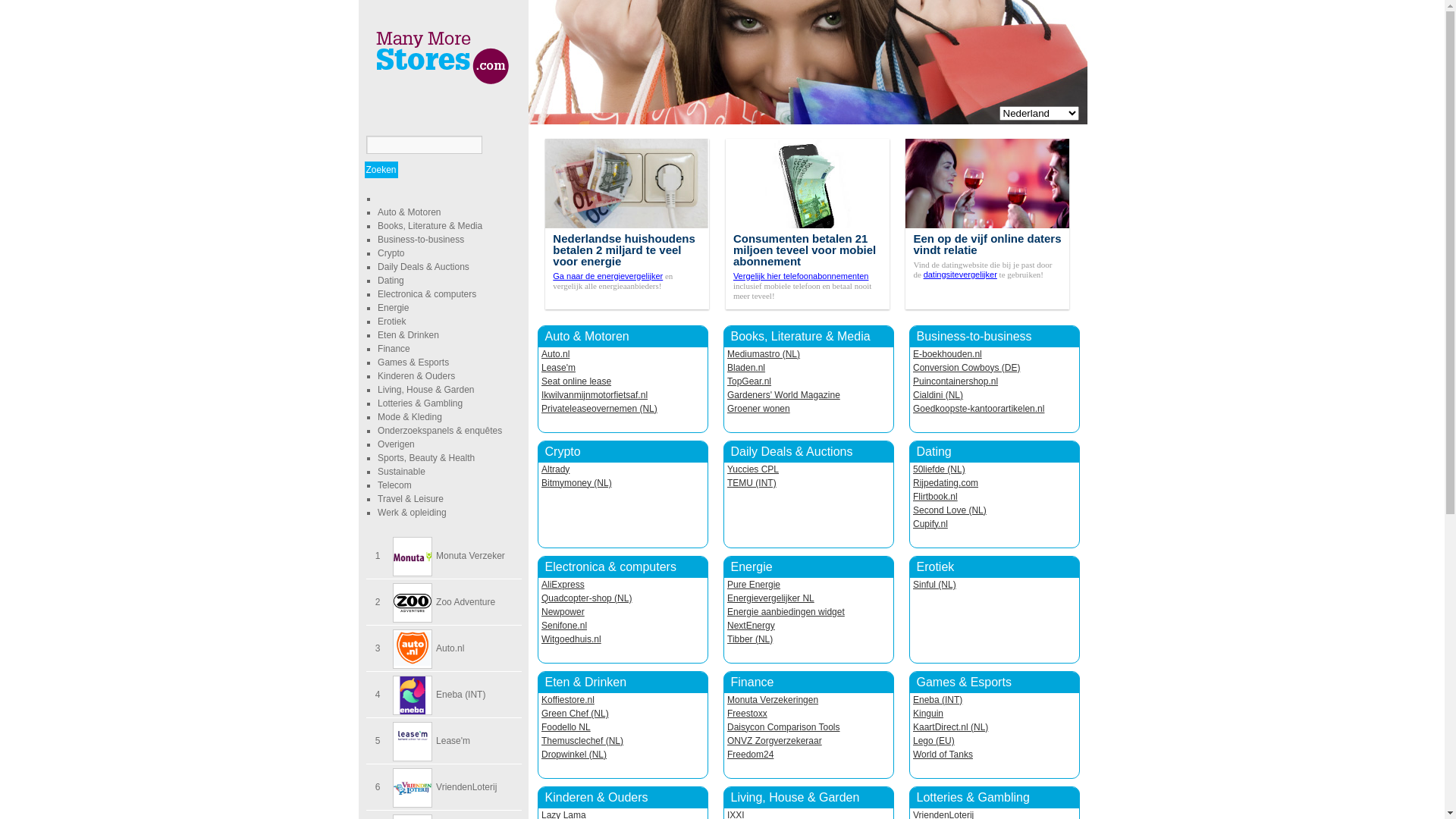 This screenshot has width=1456, height=819. I want to click on 'Bitmymoney (NL)', so click(576, 482).